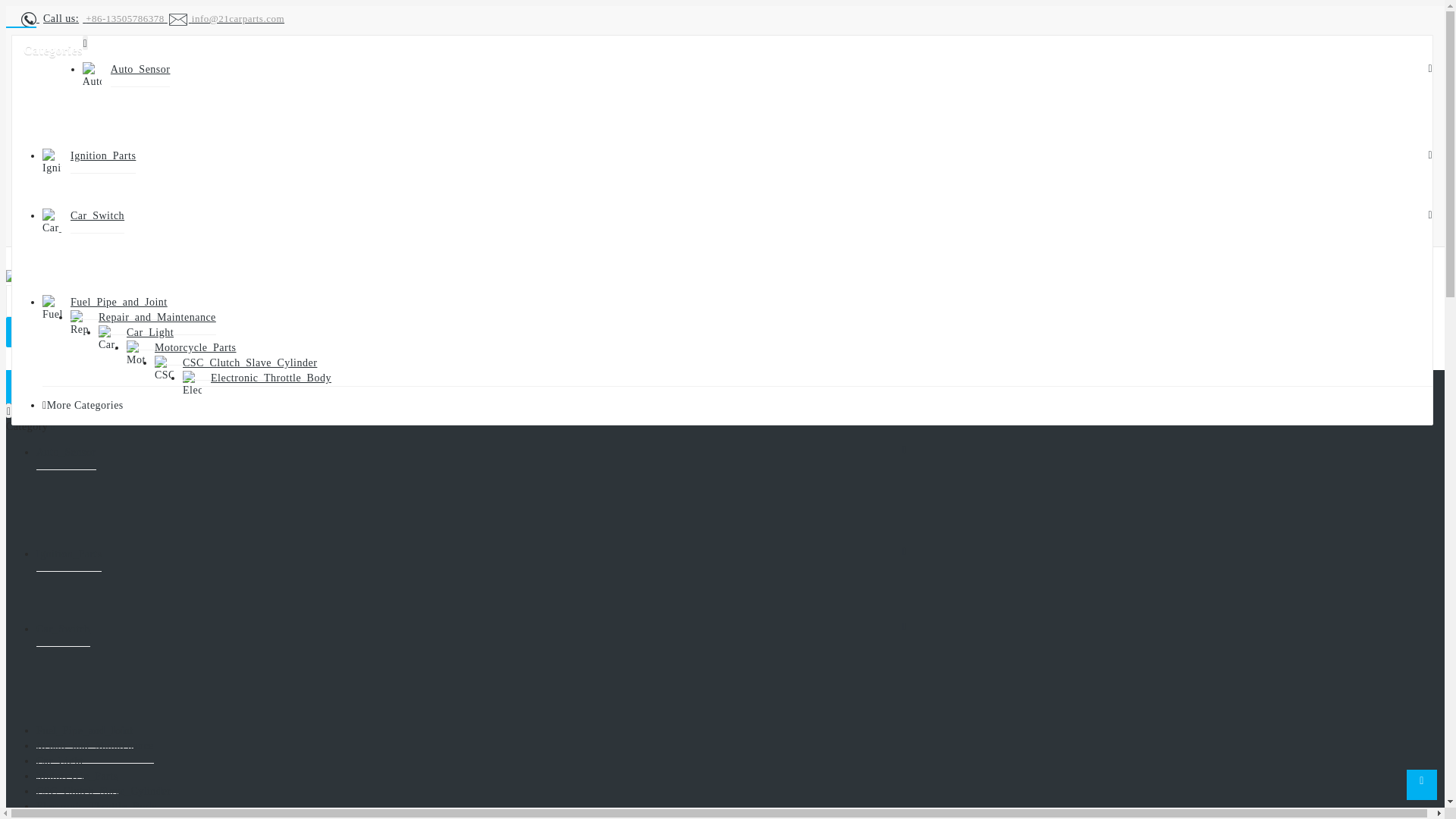  What do you see at coordinates (120, 232) in the screenshot?
I see `'Wish List (0)'` at bounding box center [120, 232].